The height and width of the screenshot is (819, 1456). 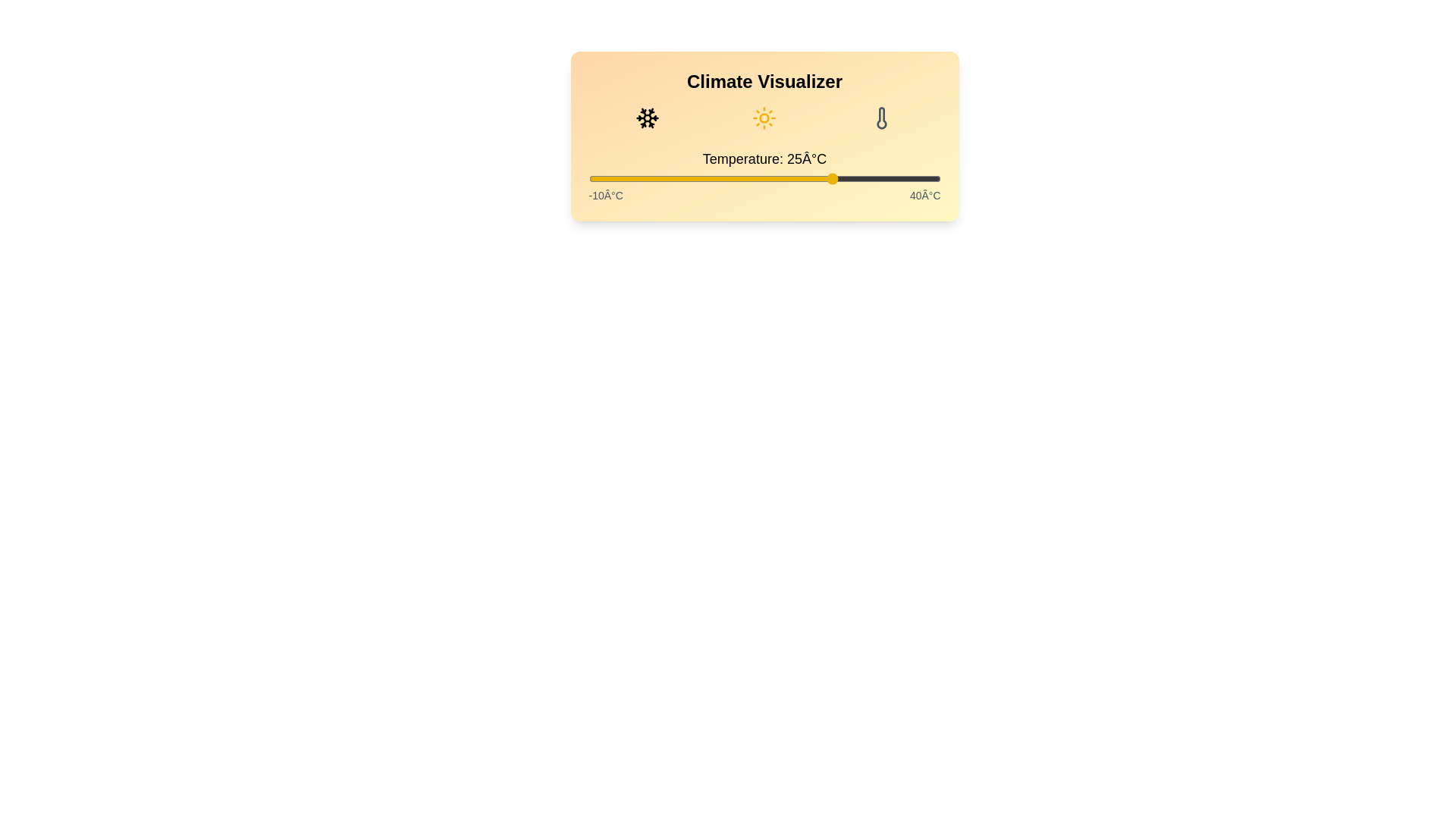 I want to click on the temperature slider to 39°C, so click(x=933, y=177).